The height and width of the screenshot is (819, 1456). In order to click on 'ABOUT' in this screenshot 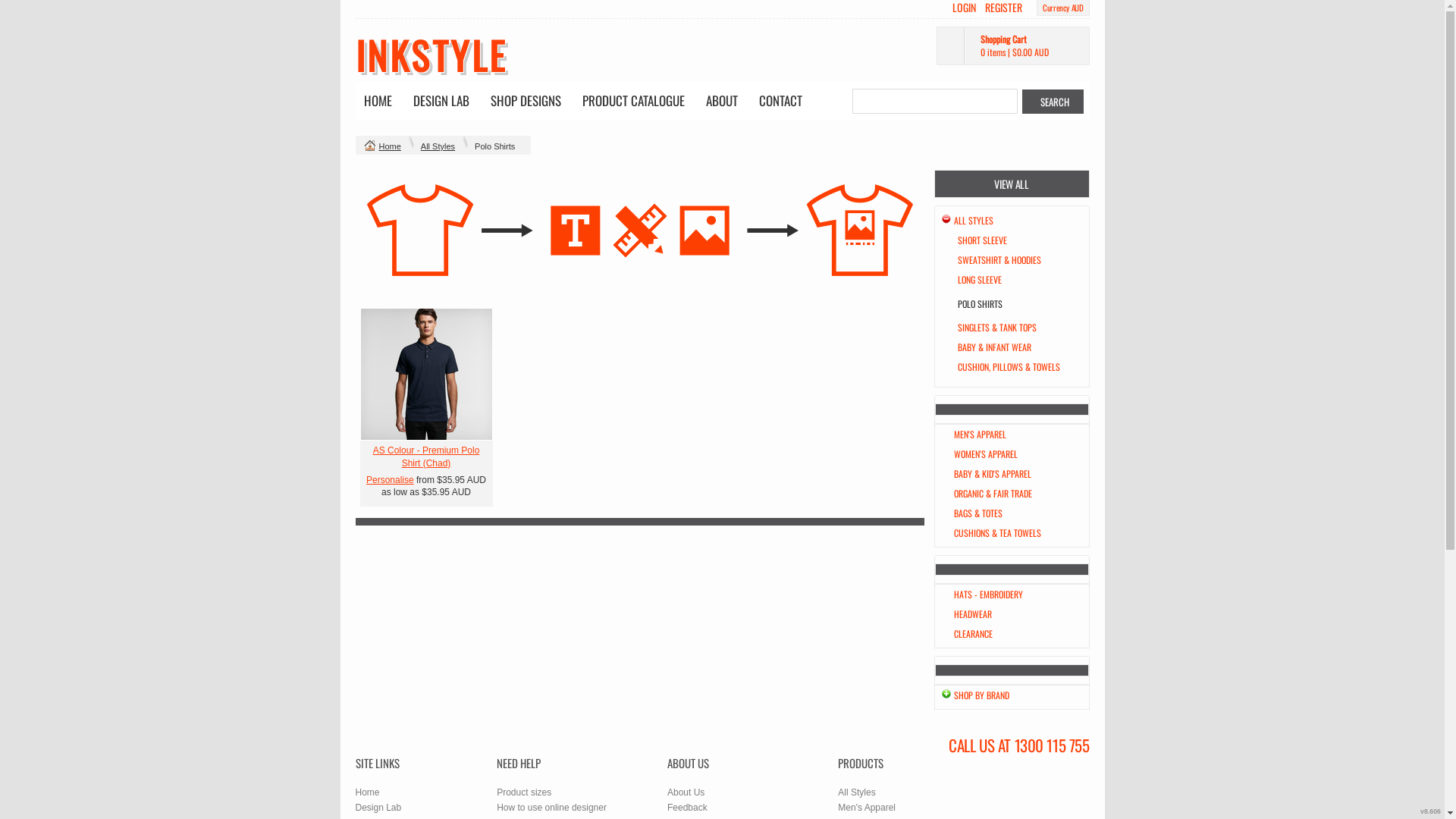, I will do `click(698, 102)`.